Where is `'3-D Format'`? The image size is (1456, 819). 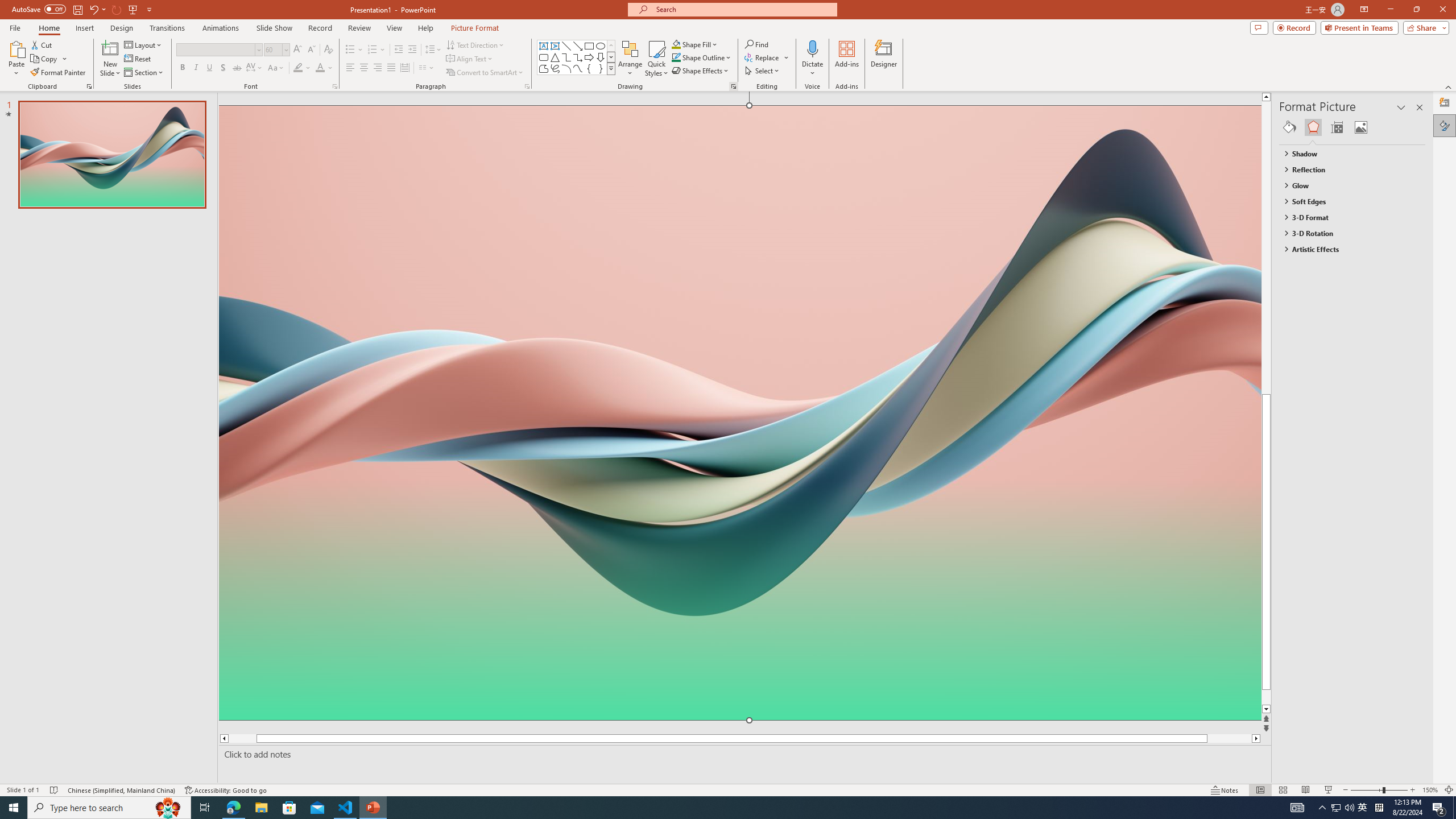 '3-D Format' is located at coordinates (1347, 217).